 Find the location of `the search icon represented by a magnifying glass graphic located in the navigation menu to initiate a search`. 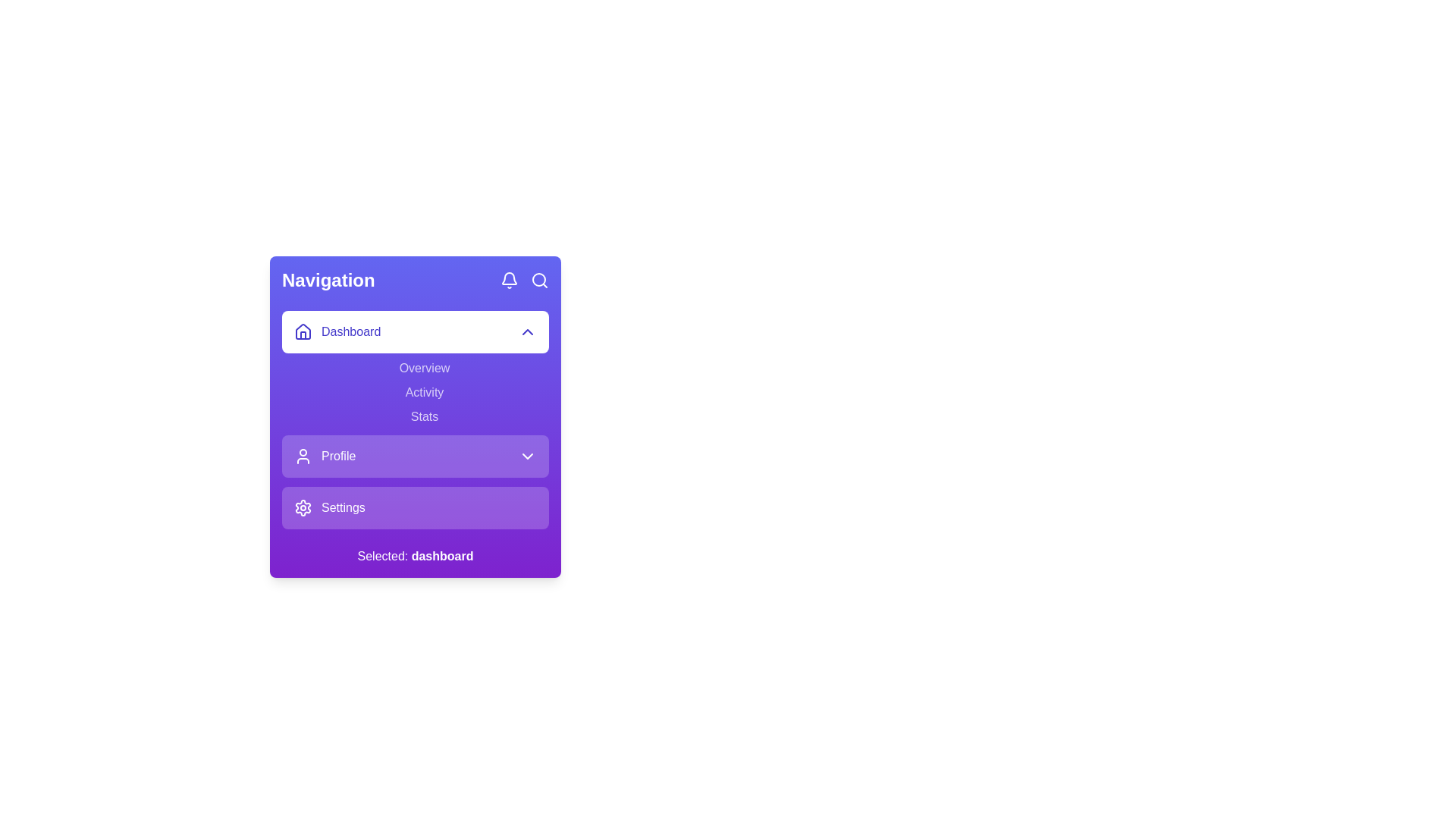

the search icon represented by a magnifying glass graphic located in the navigation menu to initiate a search is located at coordinates (539, 281).